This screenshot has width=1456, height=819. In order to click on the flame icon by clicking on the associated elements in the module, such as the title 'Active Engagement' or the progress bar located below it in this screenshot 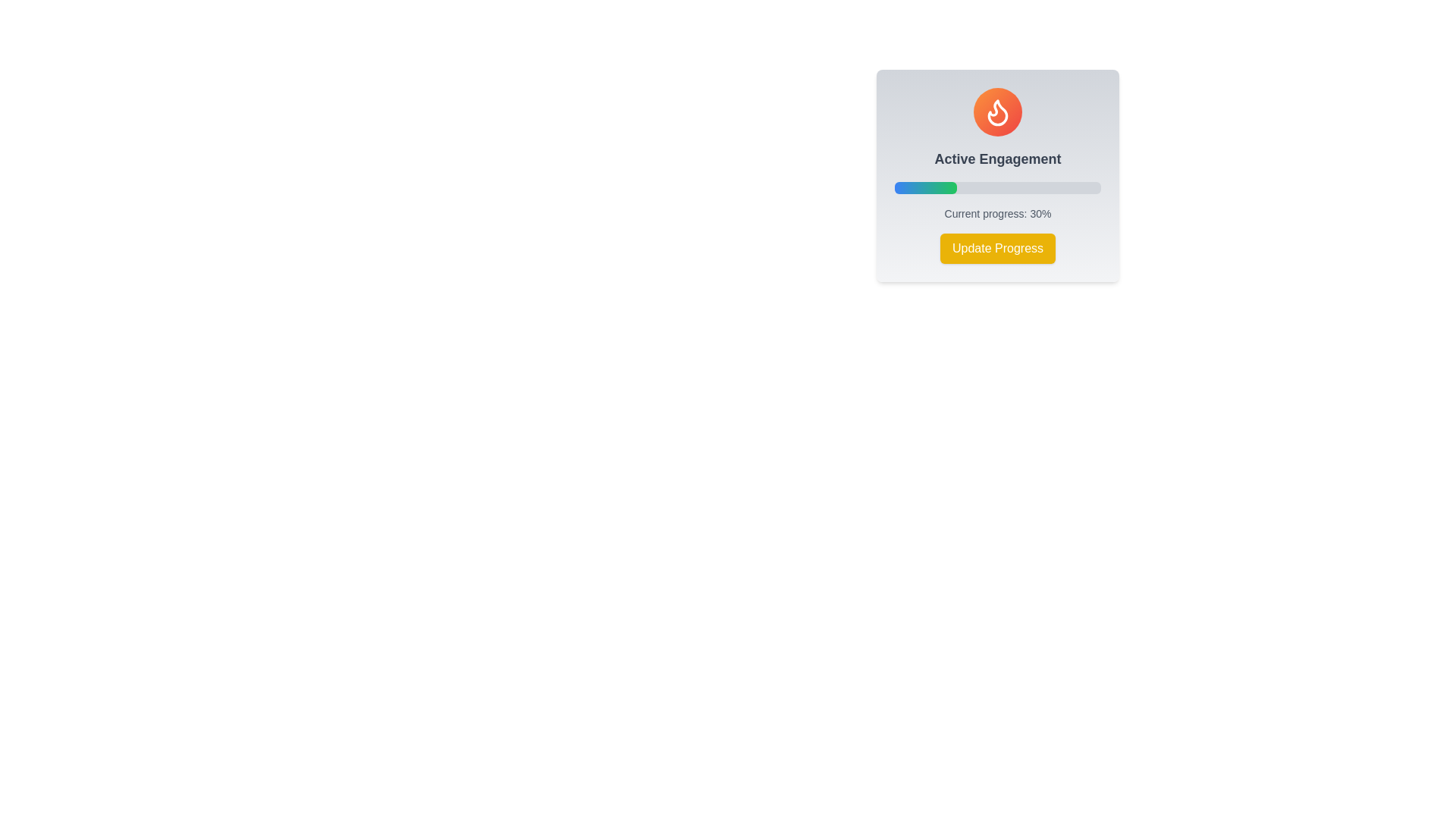, I will do `click(997, 111)`.